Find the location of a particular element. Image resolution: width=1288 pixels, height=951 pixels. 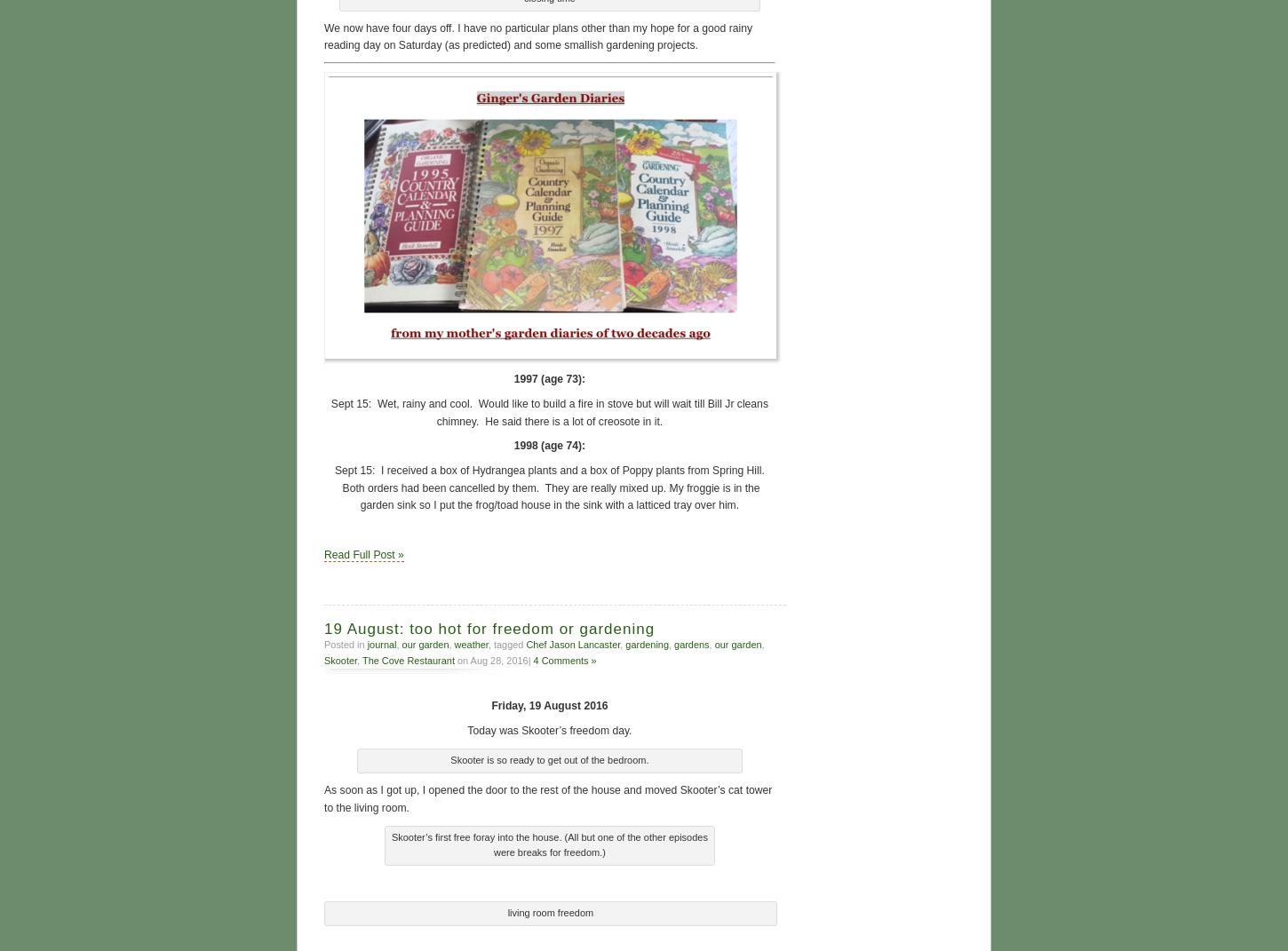

', tagged' is located at coordinates (506, 642).